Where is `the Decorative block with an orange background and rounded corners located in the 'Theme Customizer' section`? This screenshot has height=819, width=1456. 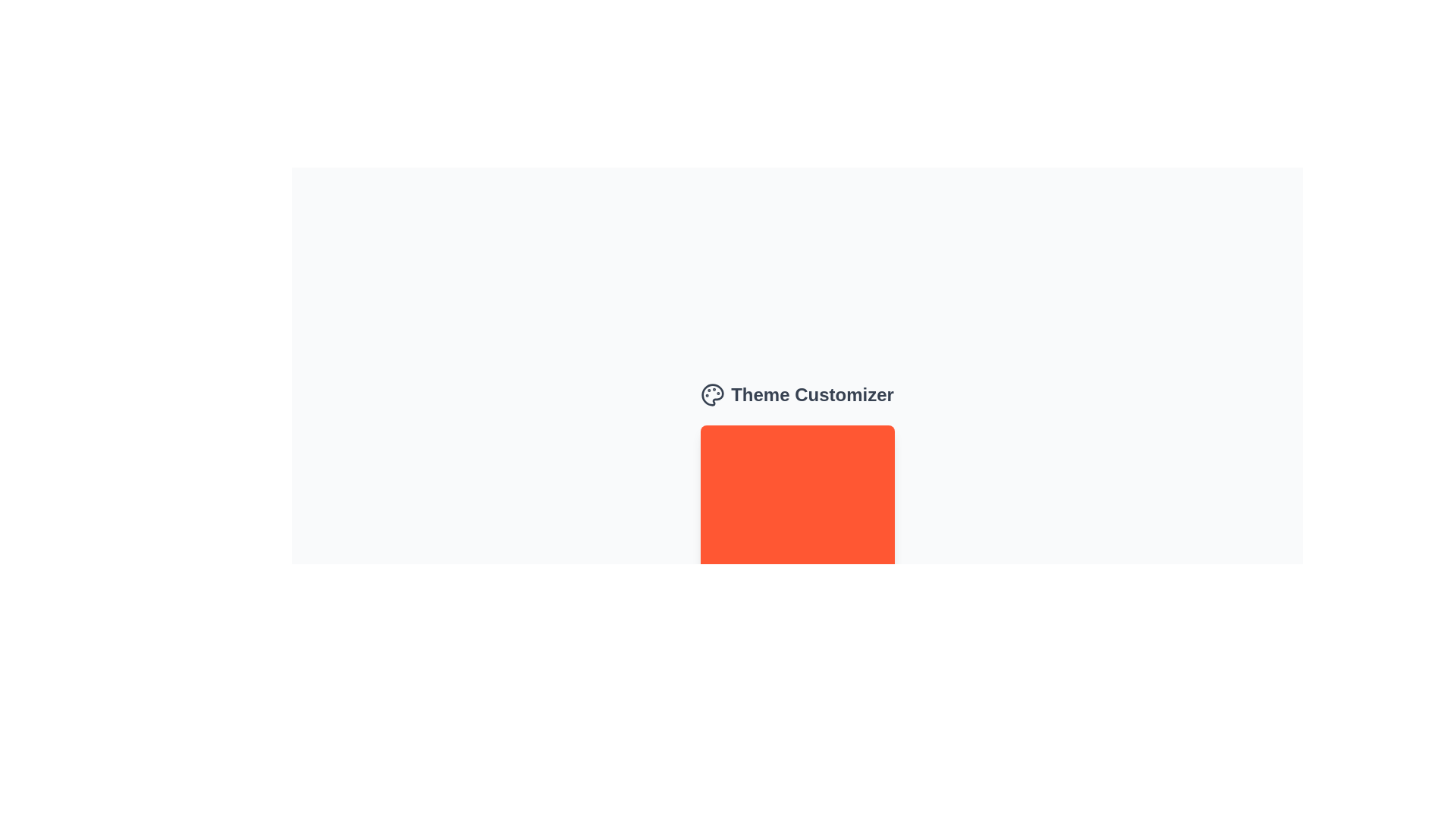
the Decorative block with an orange background and rounded corners located in the 'Theme Customizer' section is located at coordinates (796, 522).